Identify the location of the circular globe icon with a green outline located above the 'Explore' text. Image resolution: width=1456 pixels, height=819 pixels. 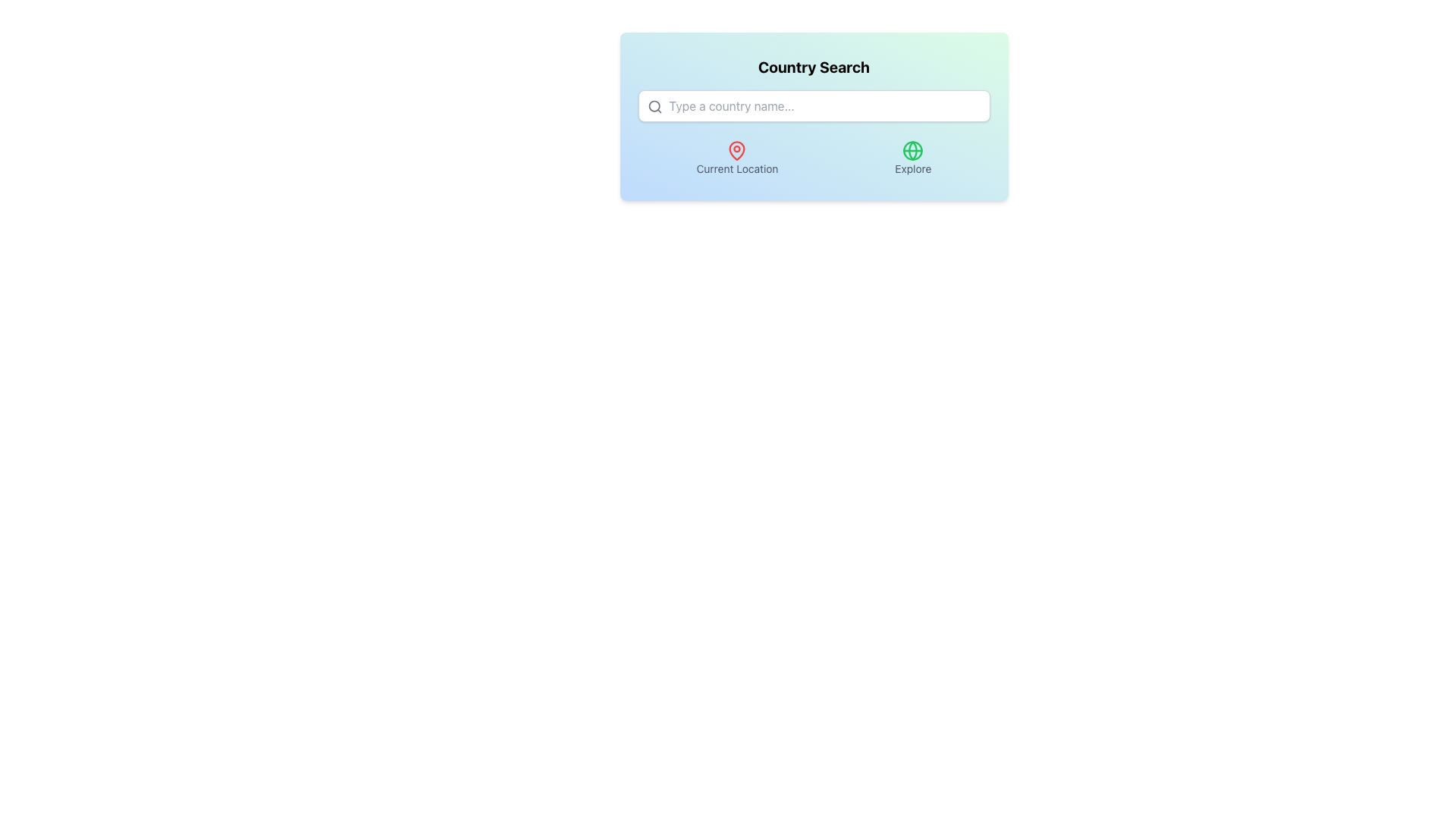
(912, 151).